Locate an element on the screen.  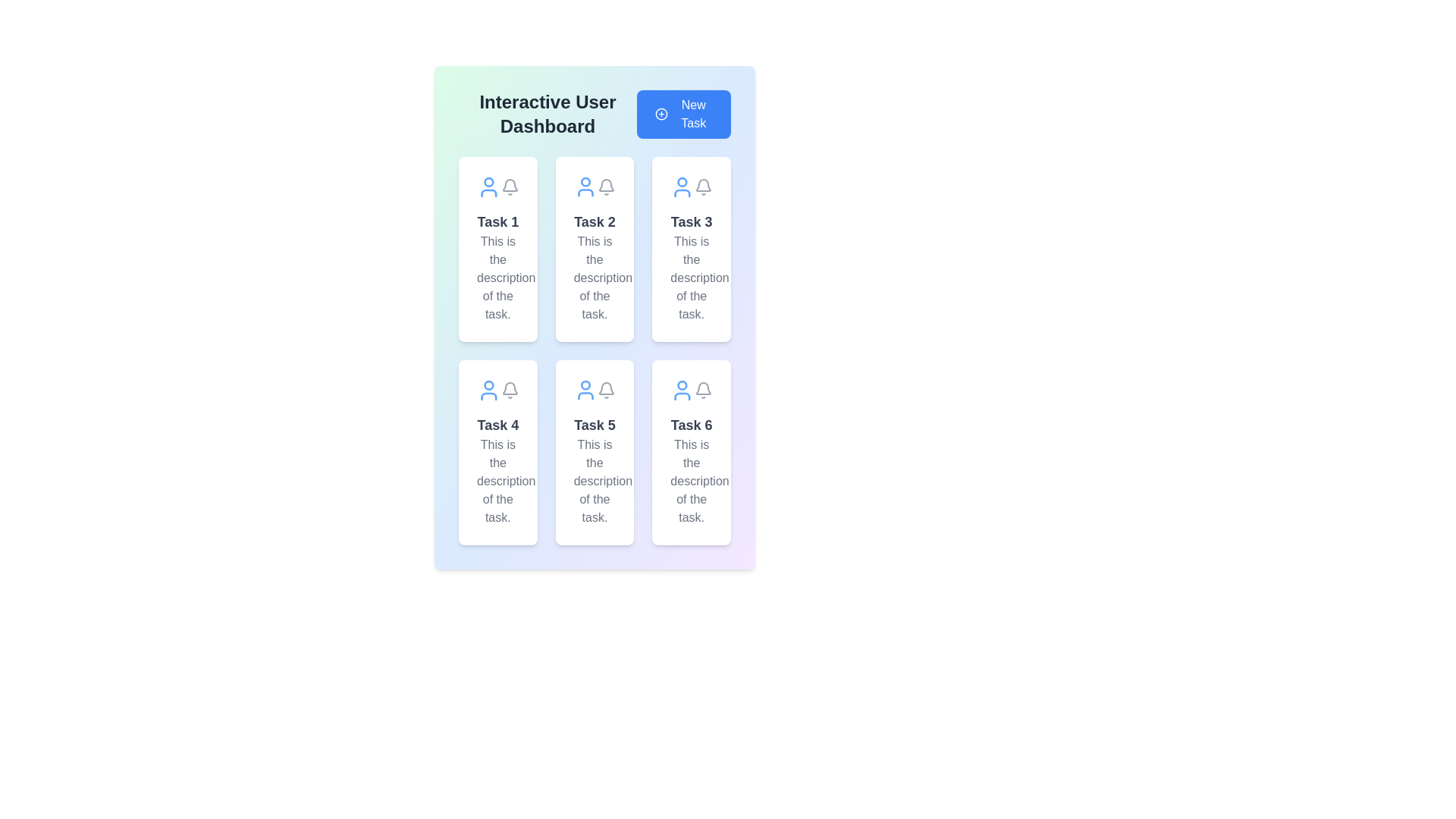
the circular graphical component within the user icon graphic of the third card in the top row of the dashboard grid is located at coordinates (682, 181).